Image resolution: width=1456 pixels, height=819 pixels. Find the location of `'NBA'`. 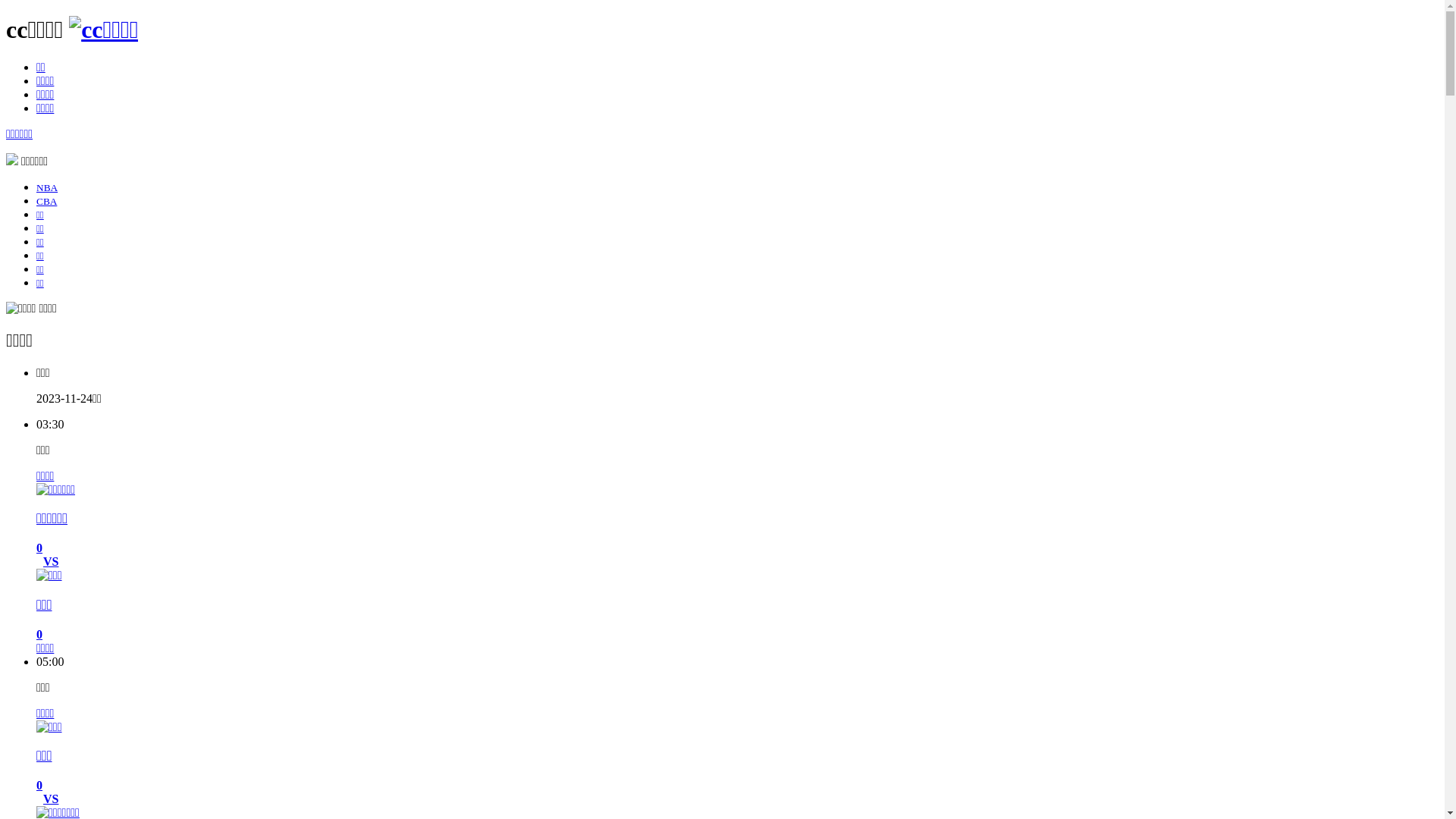

'NBA' is located at coordinates (47, 187).